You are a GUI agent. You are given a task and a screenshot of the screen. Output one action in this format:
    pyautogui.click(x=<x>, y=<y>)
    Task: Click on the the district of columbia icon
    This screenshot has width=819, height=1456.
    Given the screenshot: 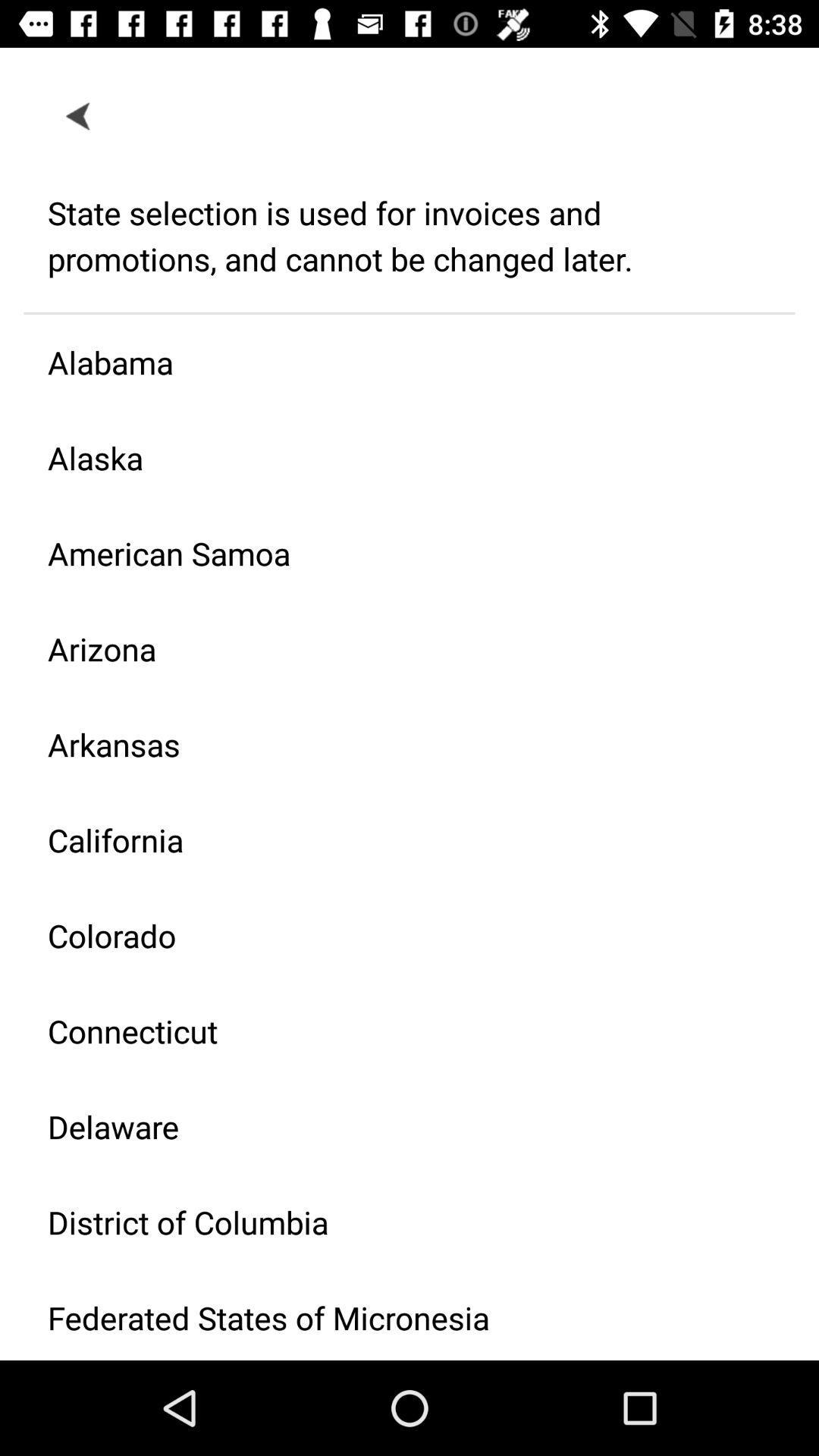 What is the action you would take?
    pyautogui.click(x=397, y=1222)
    